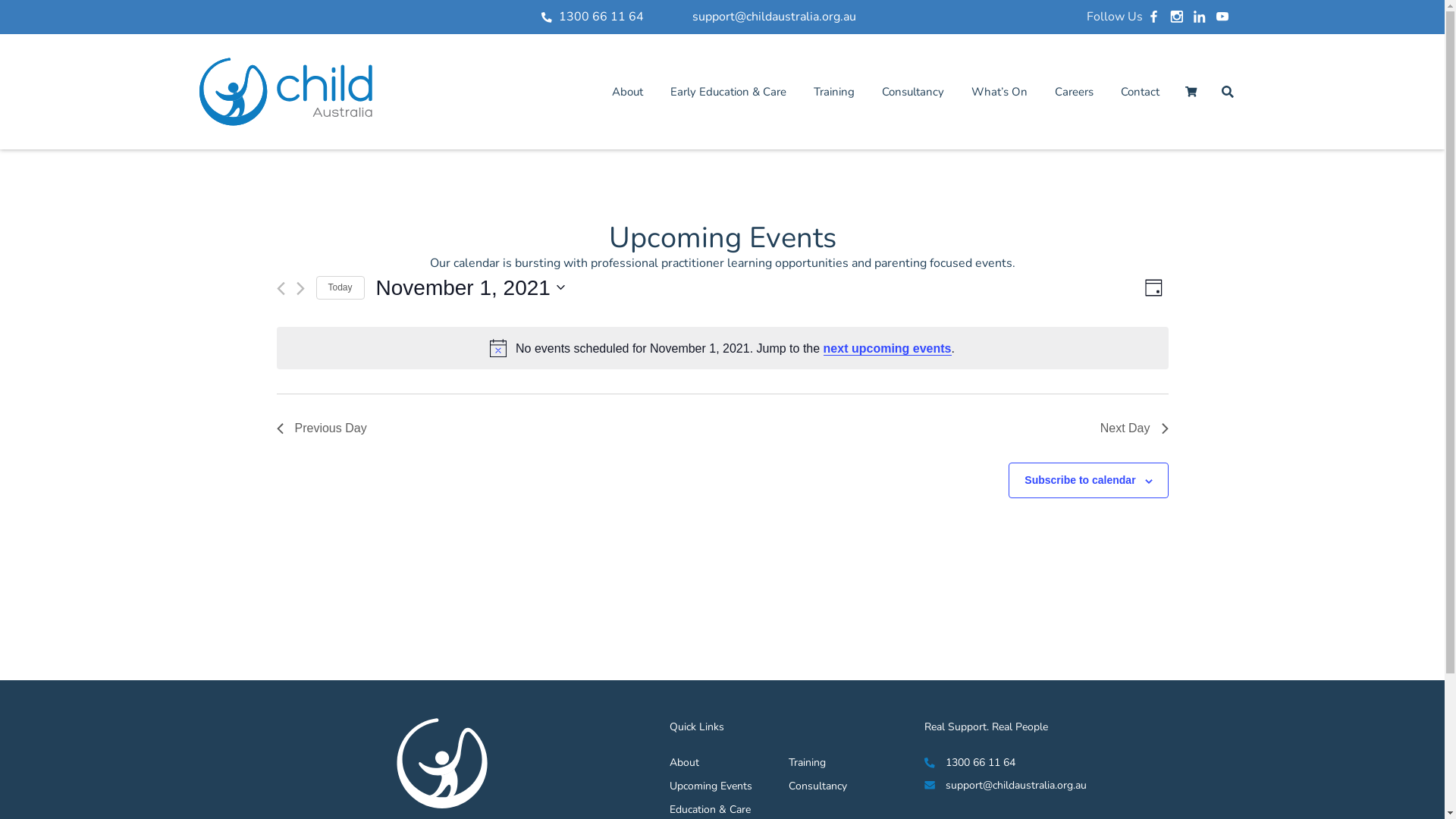 Image resolution: width=1456 pixels, height=819 pixels. What do you see at coordinates (1189, 91) in the screenshot?
I see `'Basket'` at bounding box center [1189, 91].